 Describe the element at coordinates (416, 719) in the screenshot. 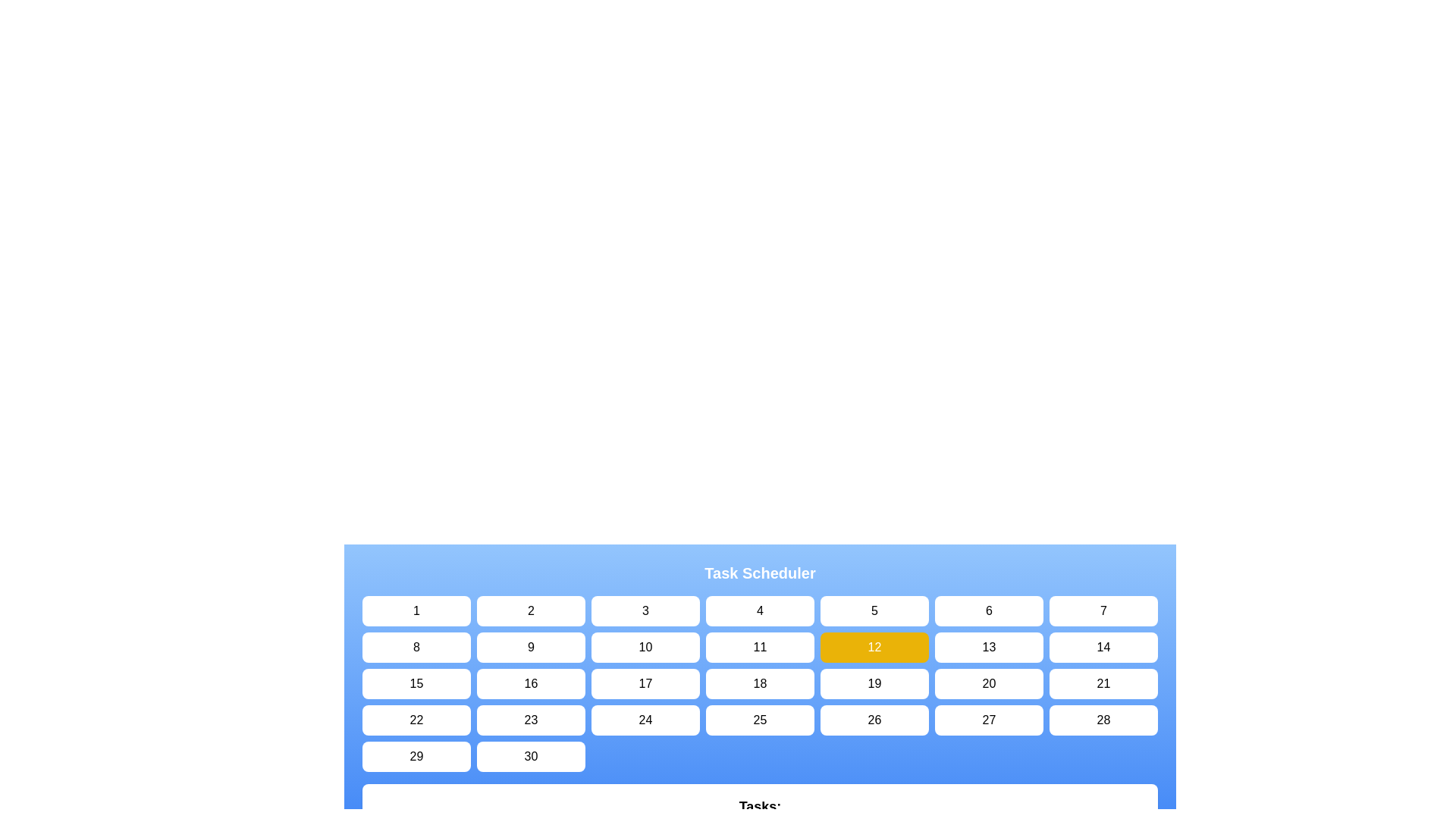

I see `the button displaying the number '22'` at that location.